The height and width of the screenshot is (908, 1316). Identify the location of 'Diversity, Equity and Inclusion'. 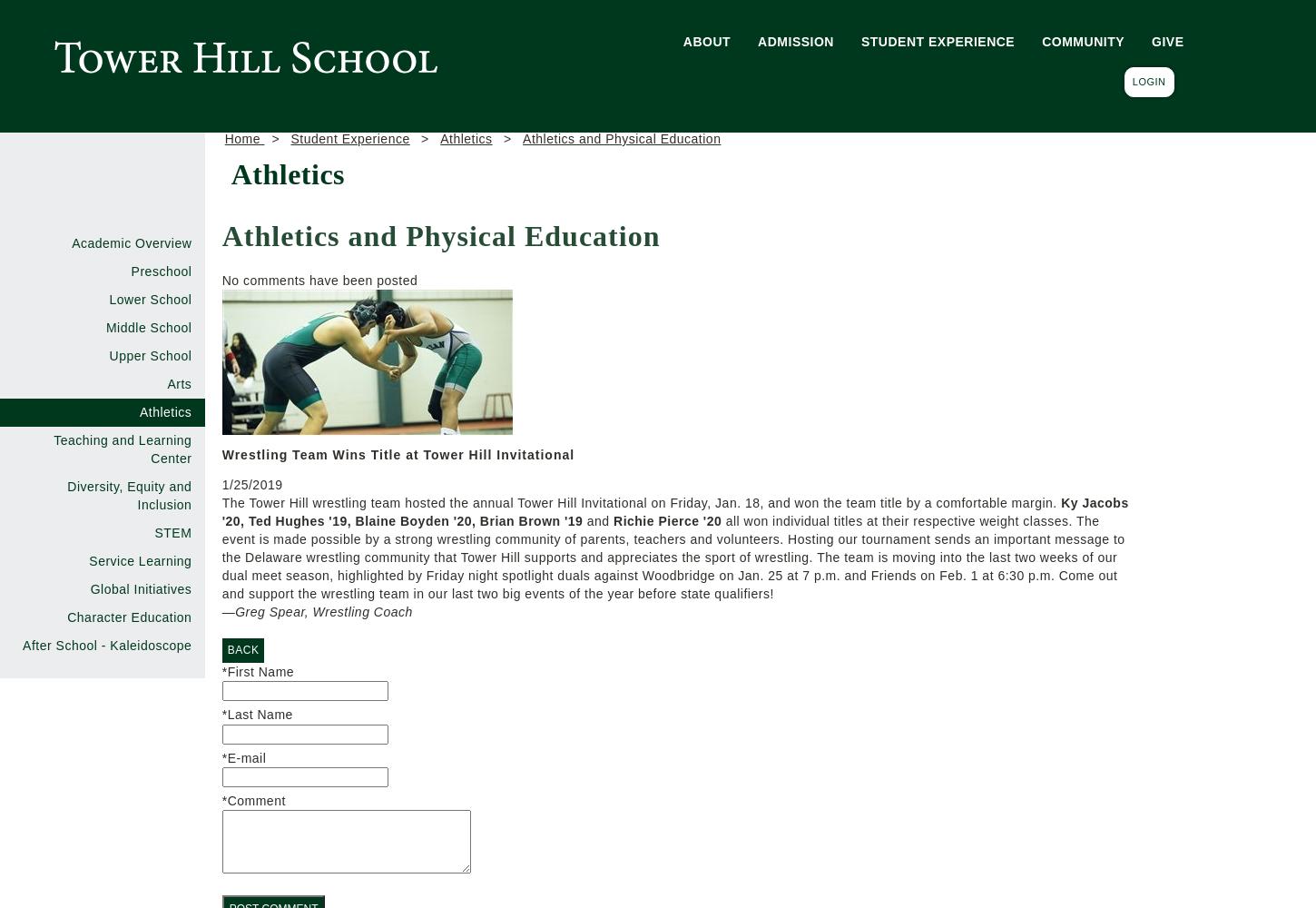
(128, 496).